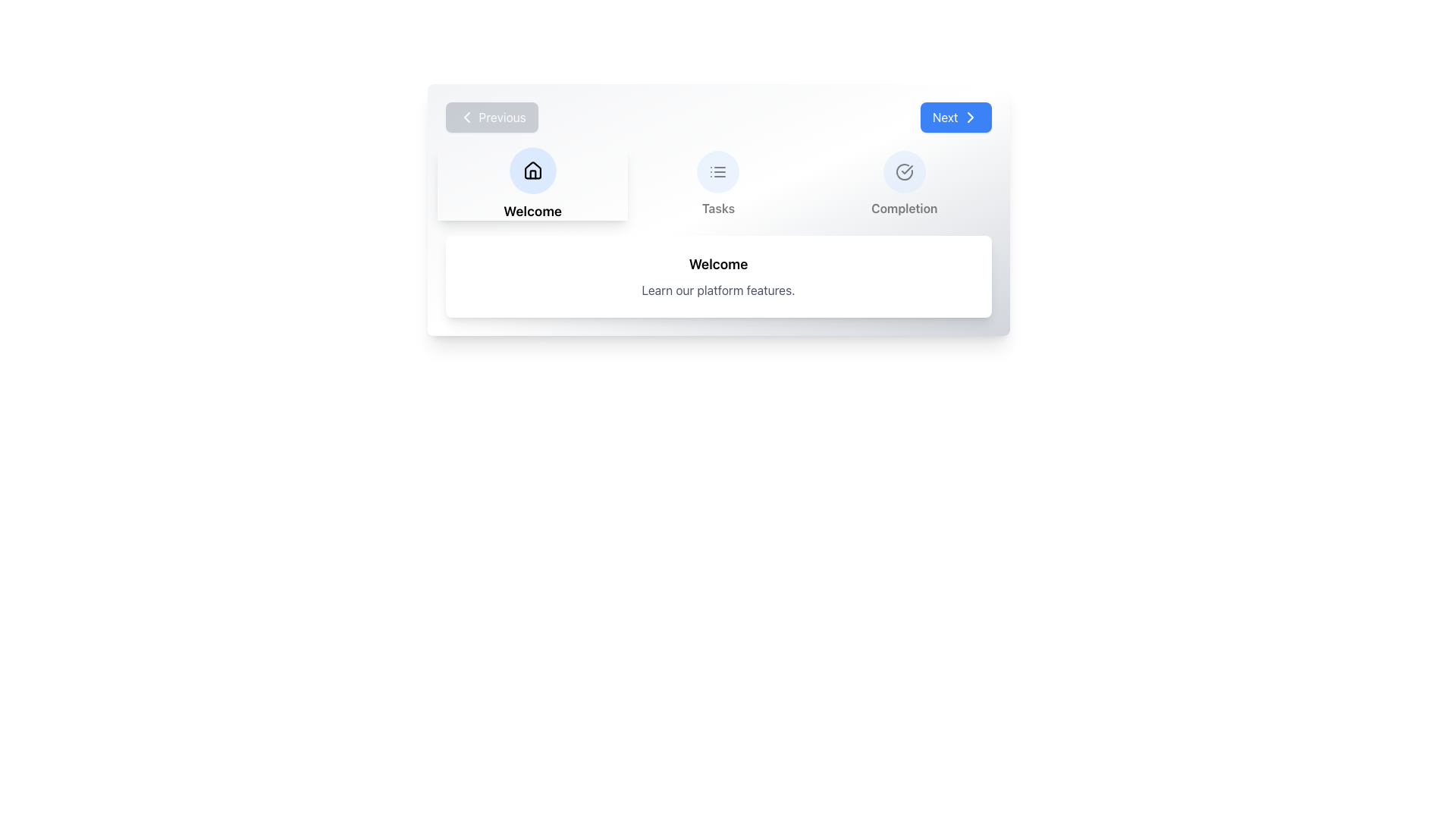  Describe the element at coordinates (969, 116) in the screenshot. I see `the arrow icon positioned at the rightmost part of the blue 'Next' button to focus or highlight it` at that location.